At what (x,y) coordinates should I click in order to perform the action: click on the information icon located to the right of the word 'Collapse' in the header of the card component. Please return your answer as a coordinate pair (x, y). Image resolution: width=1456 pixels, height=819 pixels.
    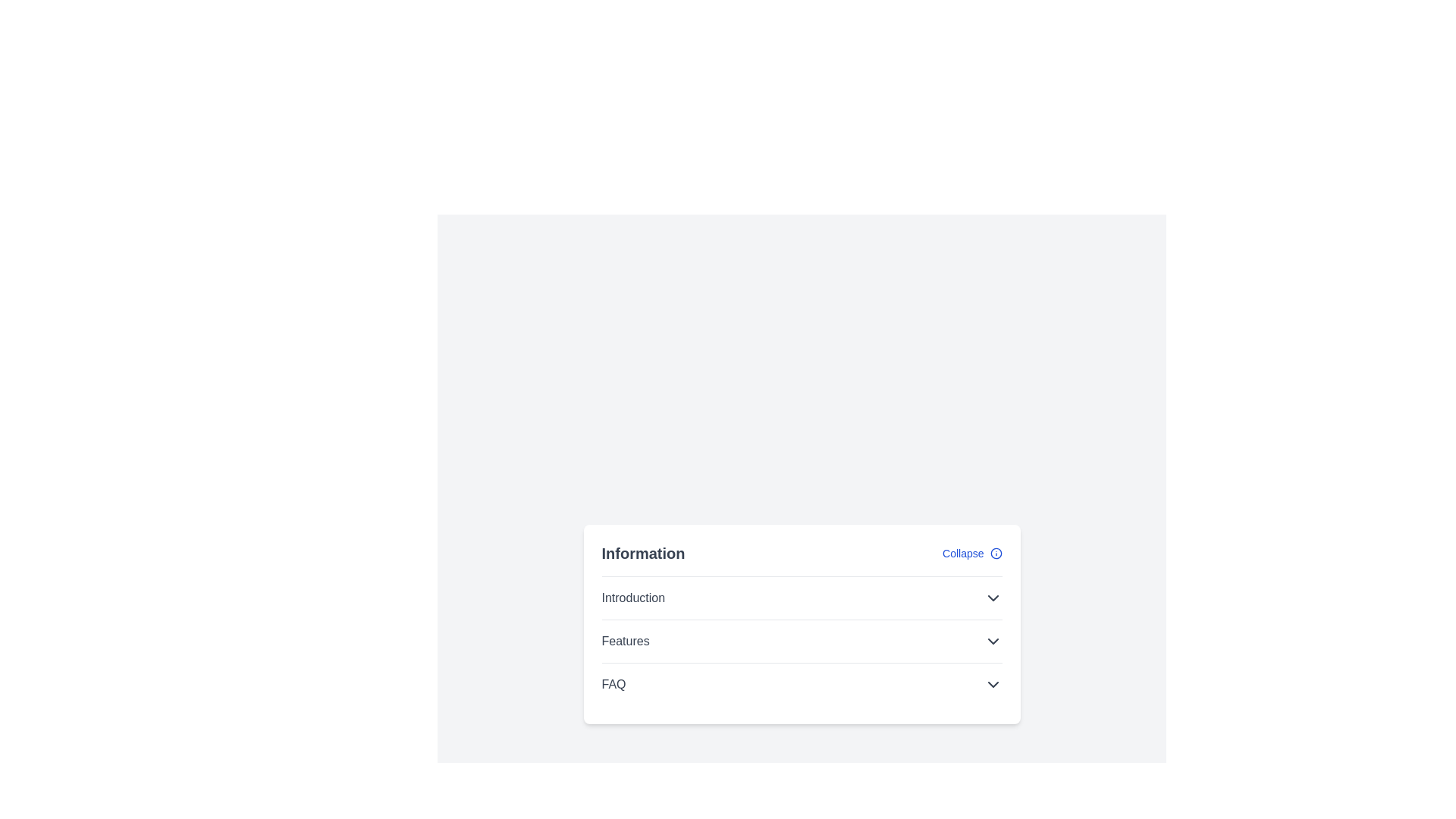
    Looking at the image, I should click on (996, 553).